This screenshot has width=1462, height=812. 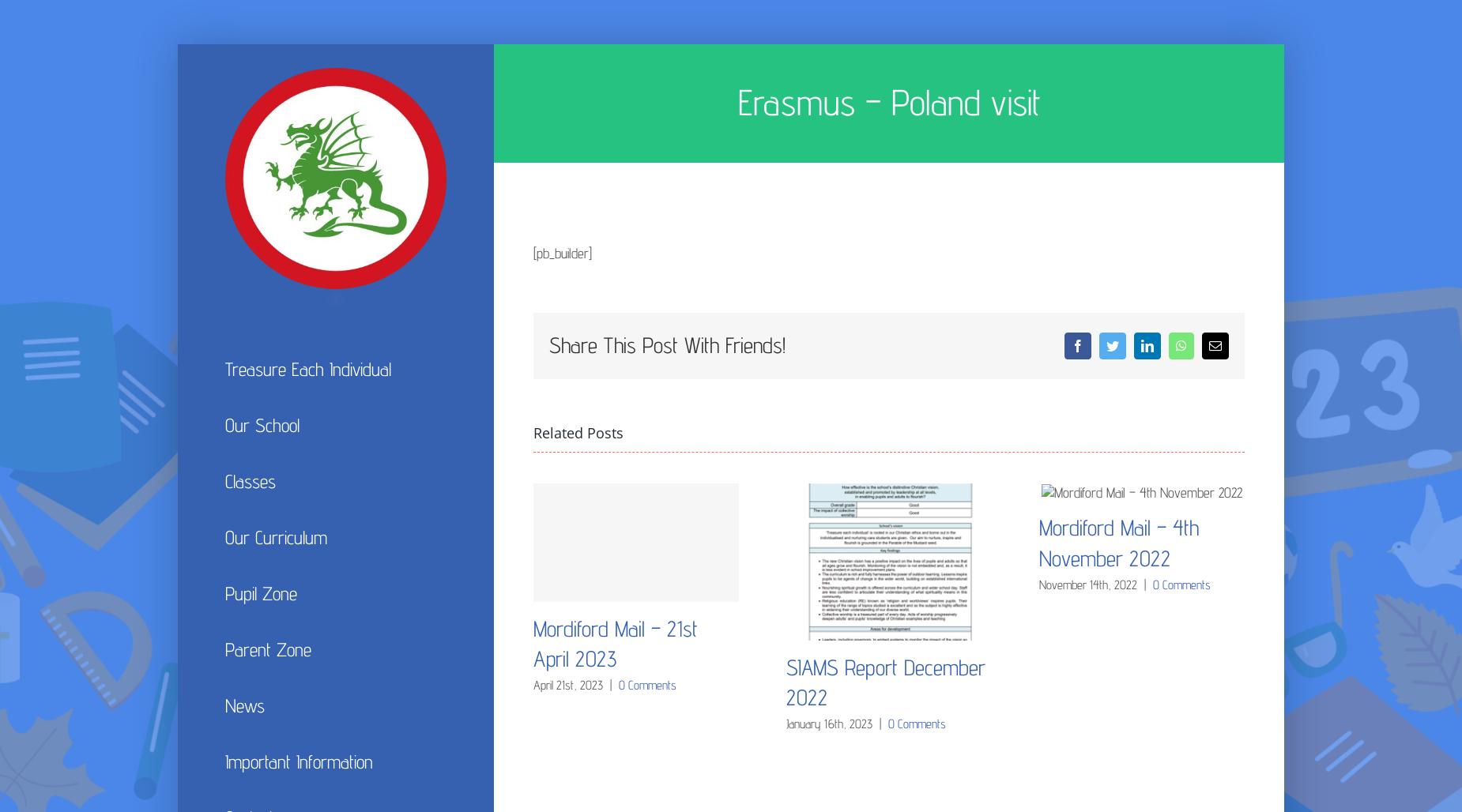 I want to click on 'Maths', so click(x=804, y=667).